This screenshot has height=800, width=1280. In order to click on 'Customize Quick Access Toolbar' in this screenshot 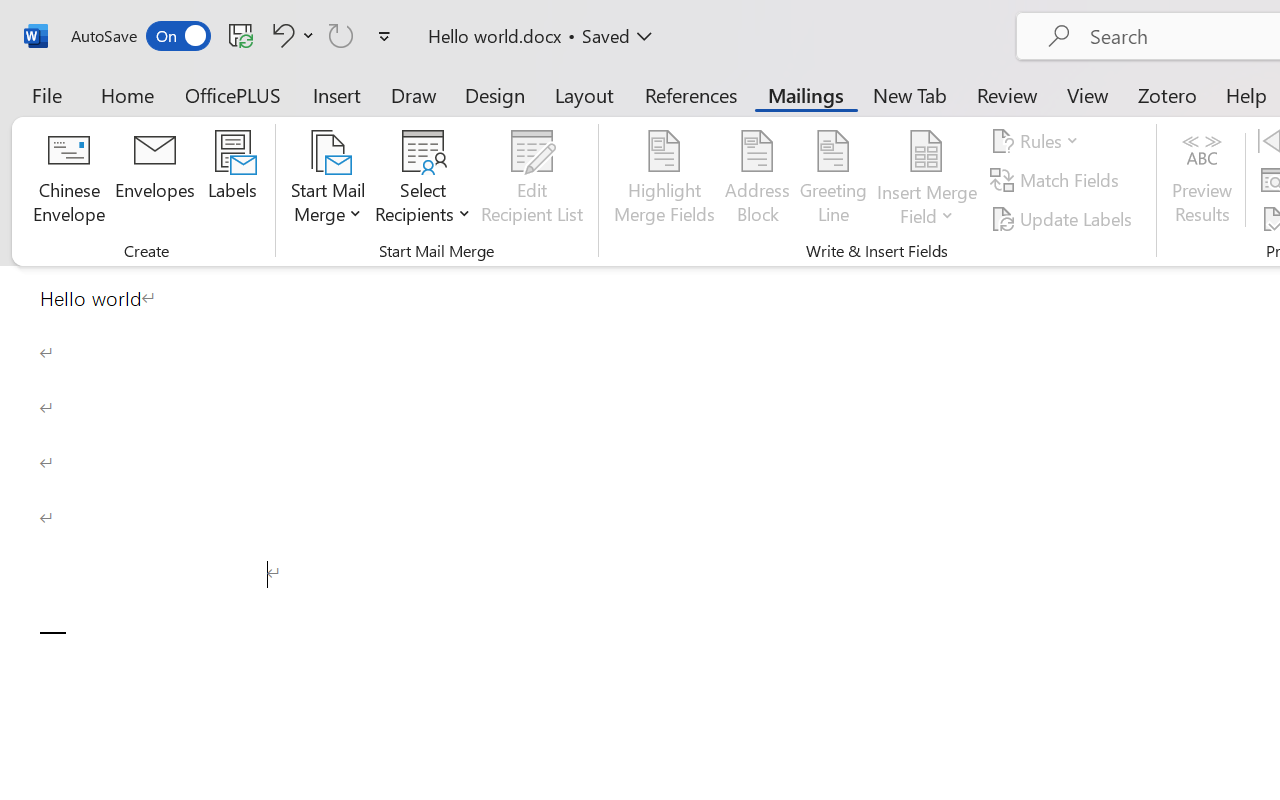, I will do `click(384, 35)`.